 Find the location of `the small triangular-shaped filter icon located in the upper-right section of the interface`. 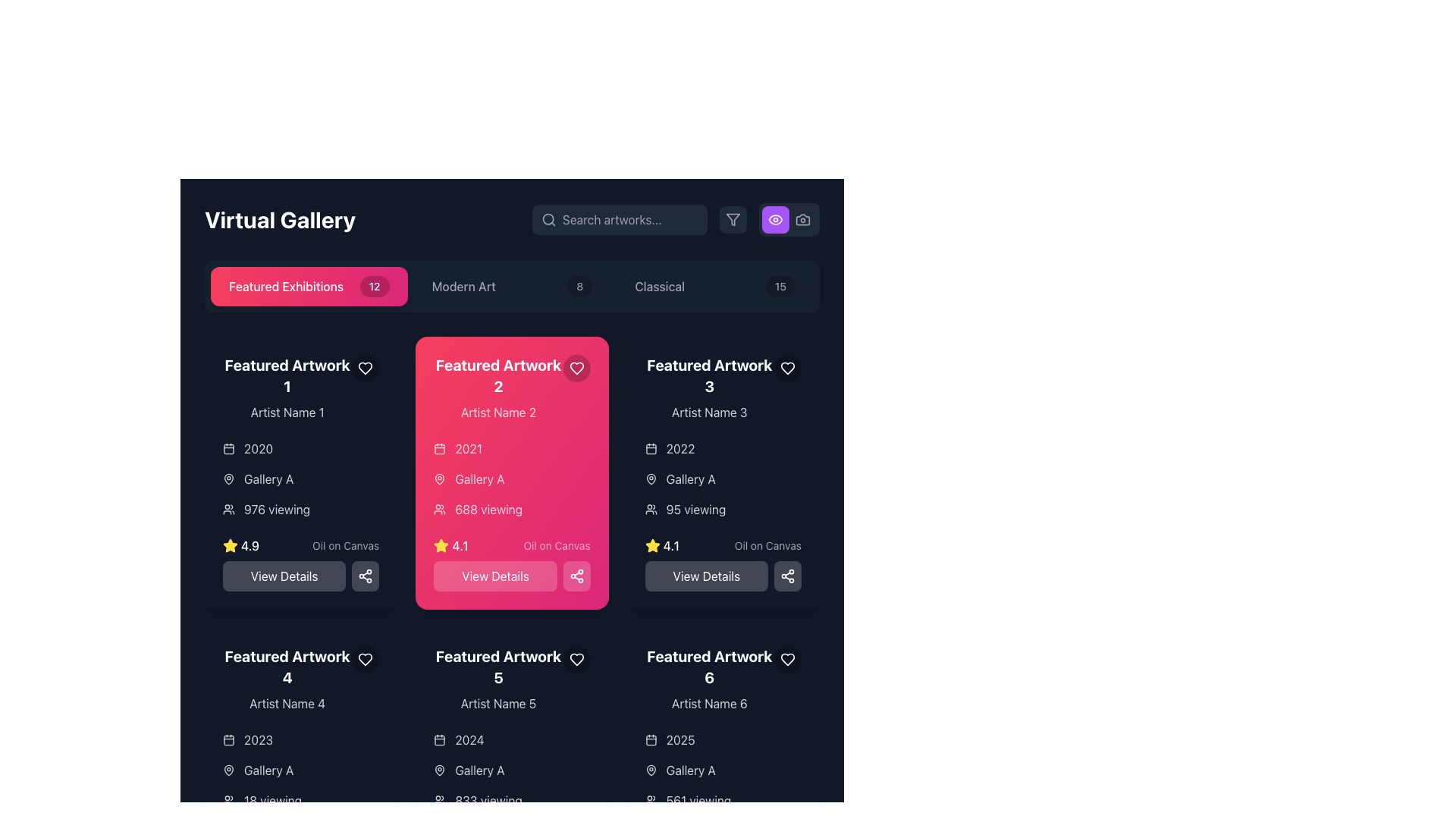

the small triangular-shaped filter icon located in the upper-right section of the interface is located at coordinates (733, 219).